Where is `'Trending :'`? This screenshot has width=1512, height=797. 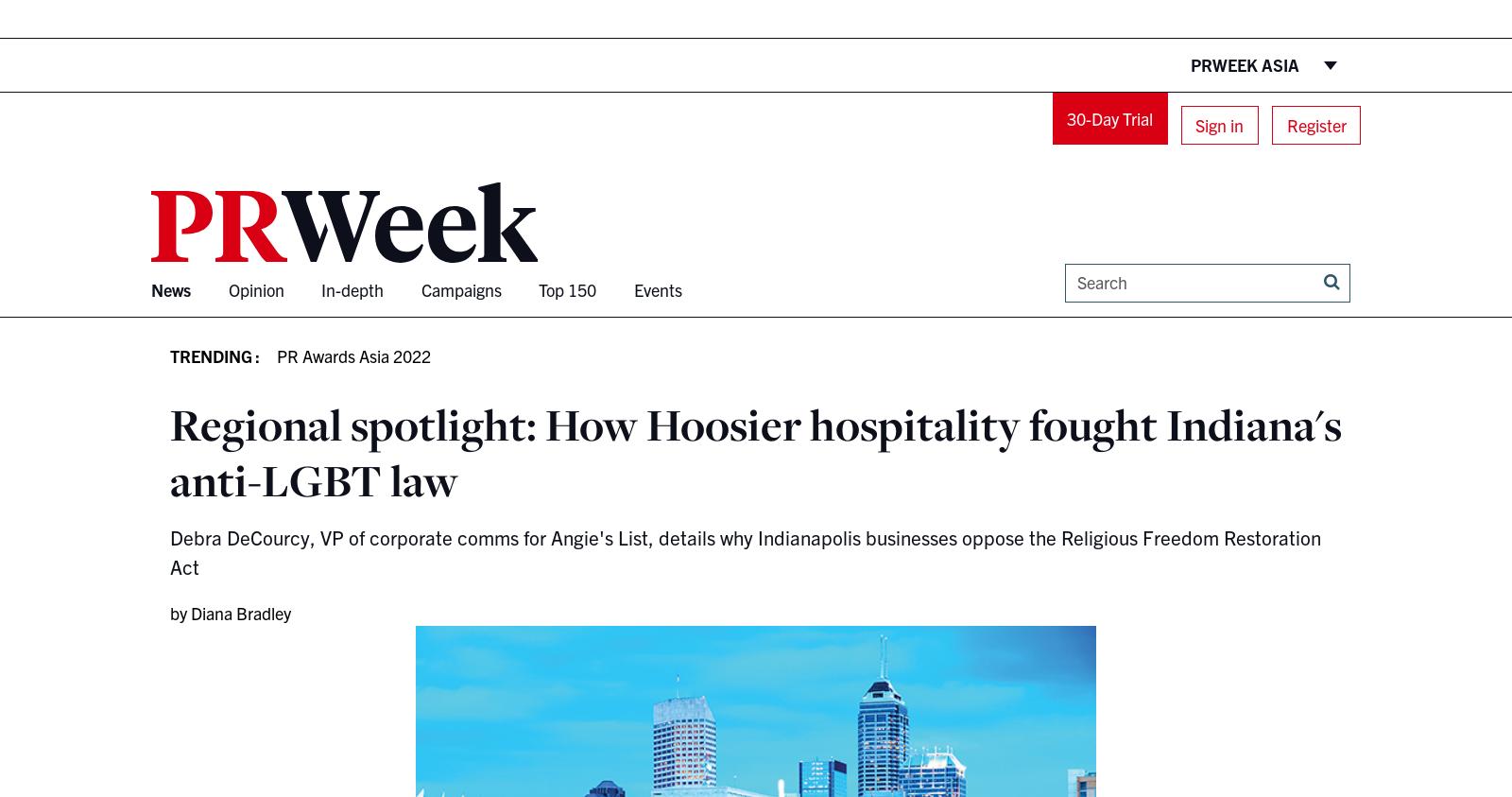 'Trending :' is located at coordinates (215, 354).